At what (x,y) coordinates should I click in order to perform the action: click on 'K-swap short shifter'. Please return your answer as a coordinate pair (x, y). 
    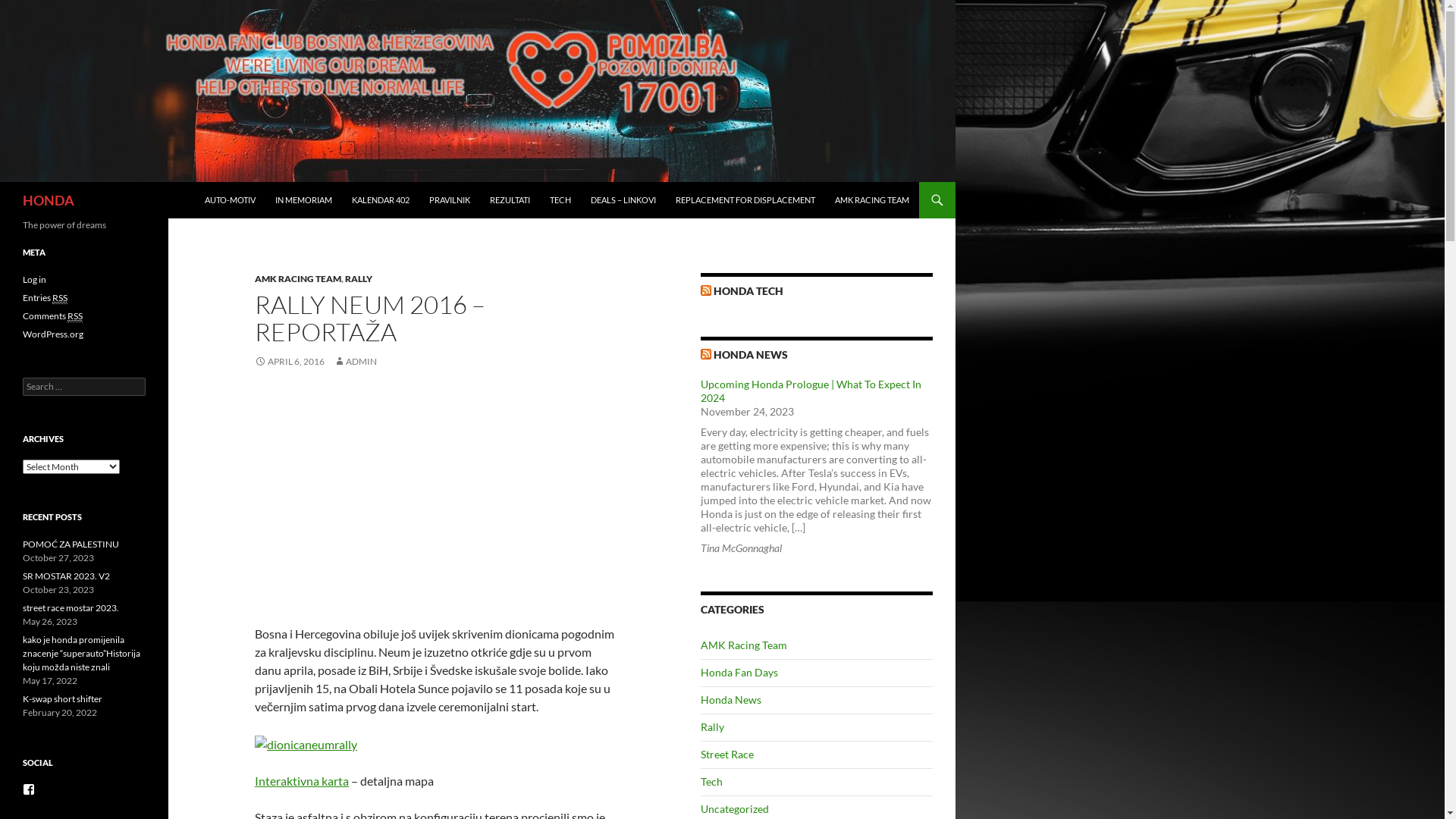
    Looking at the image, I should click on (22, 698).